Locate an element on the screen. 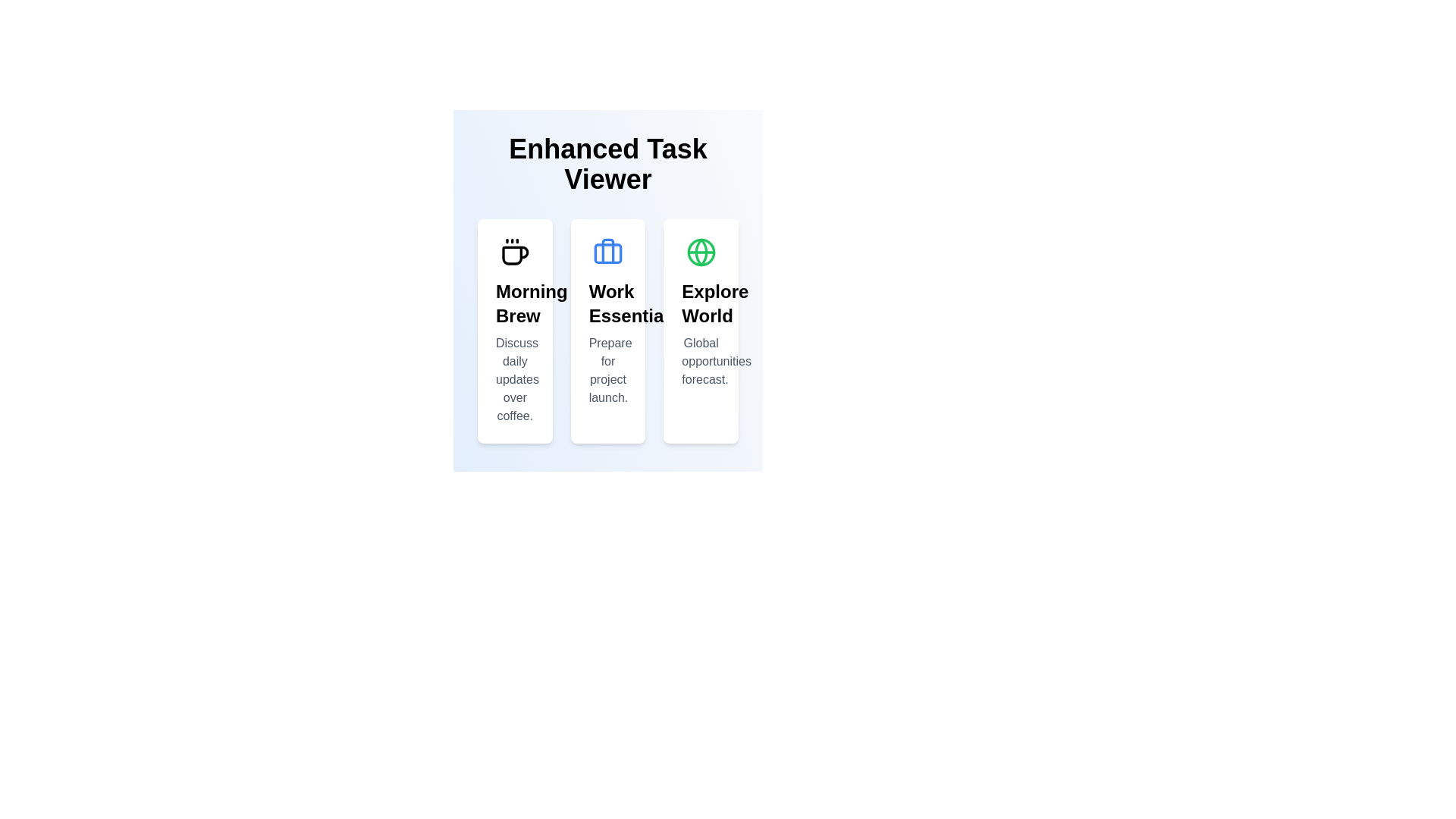  the Informational card that provides information about exploring global opportunities, which is the third card in a horizontally aligned grid under the 'Enhanced Task Viewer' section is located at coordinates (700, 330).